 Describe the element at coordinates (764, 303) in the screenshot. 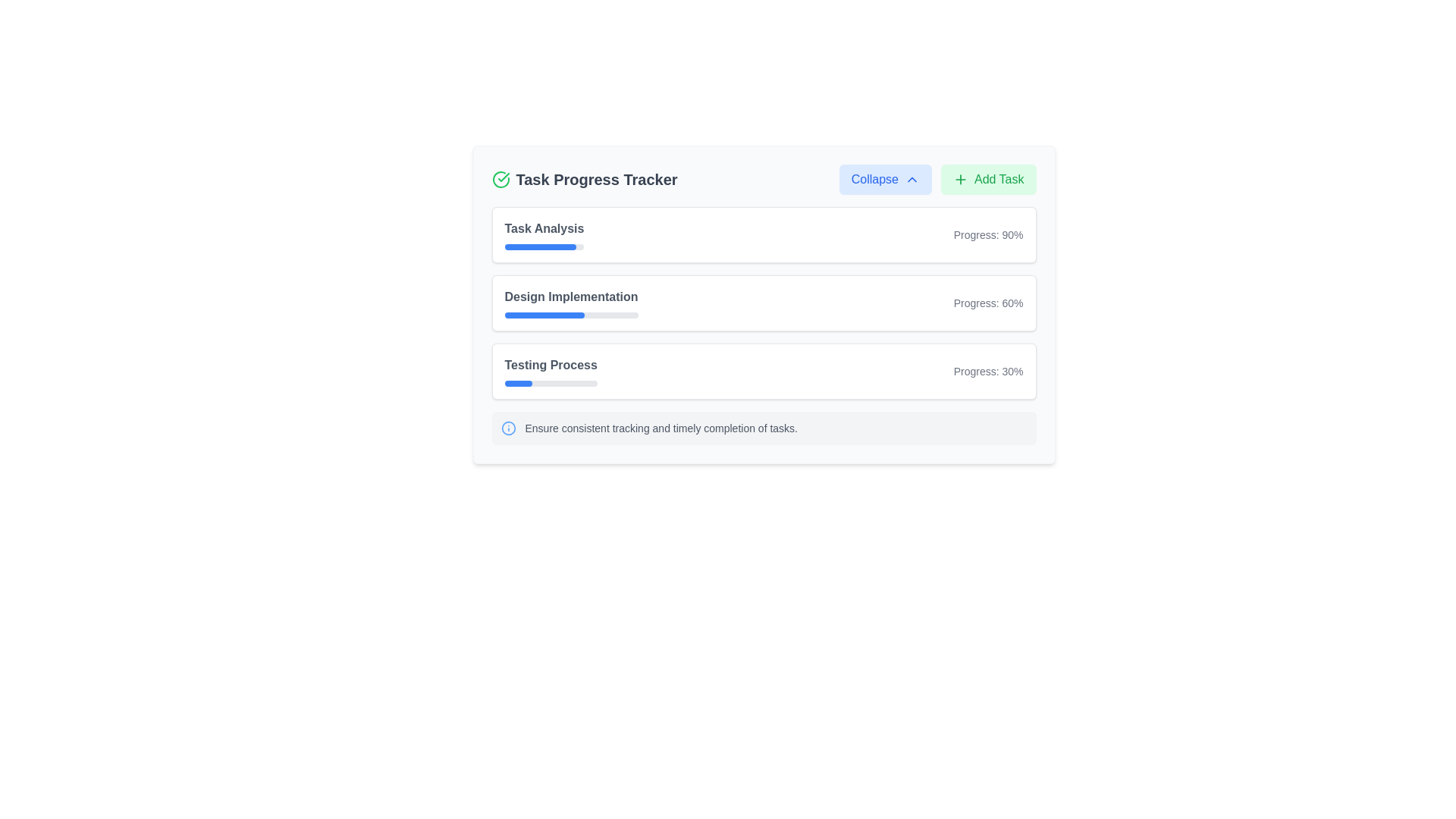

I see `the Card element that displays the progress of the 'Design Implementation' task, which is the second card in a vertical stack of task progress cards` at that location.